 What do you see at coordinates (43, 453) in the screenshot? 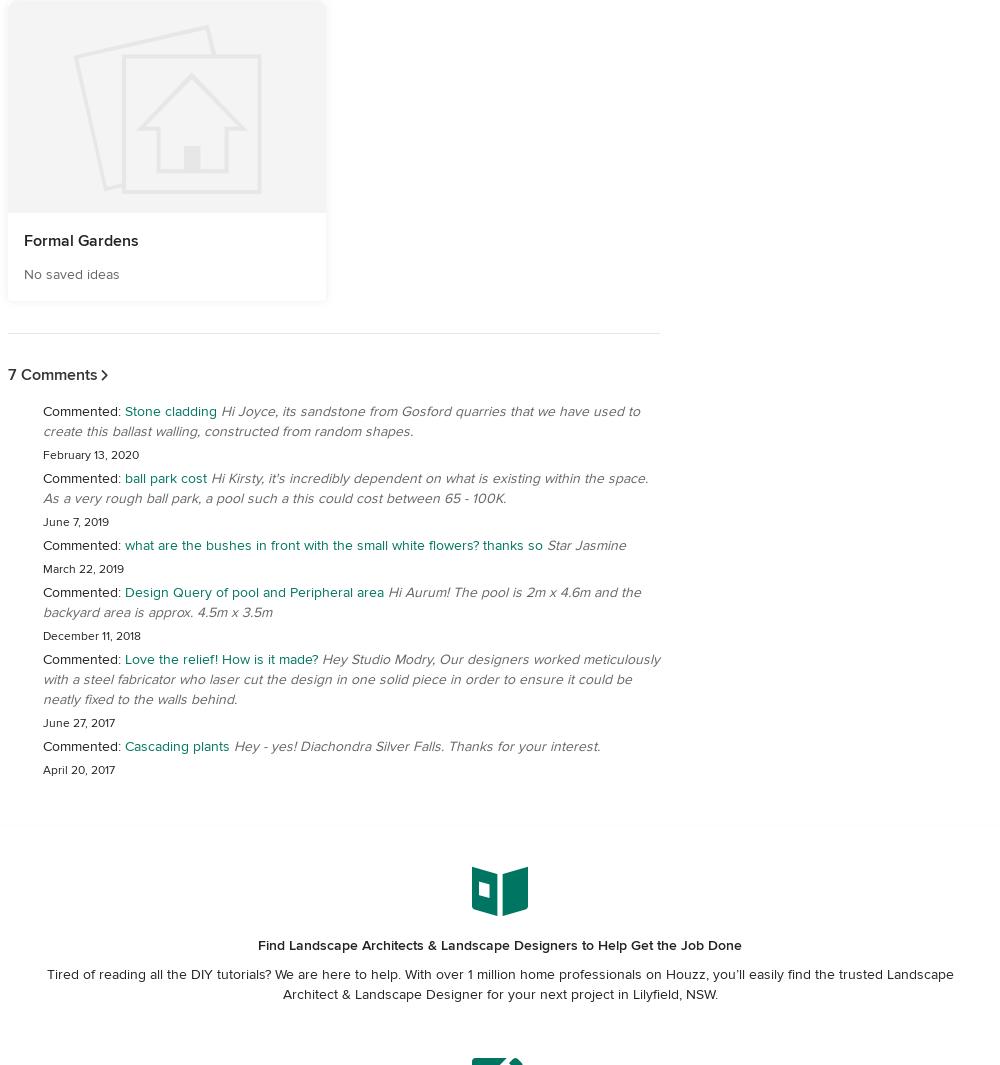
I see `'February 13, 2020'` at bounding box center [43, 453].